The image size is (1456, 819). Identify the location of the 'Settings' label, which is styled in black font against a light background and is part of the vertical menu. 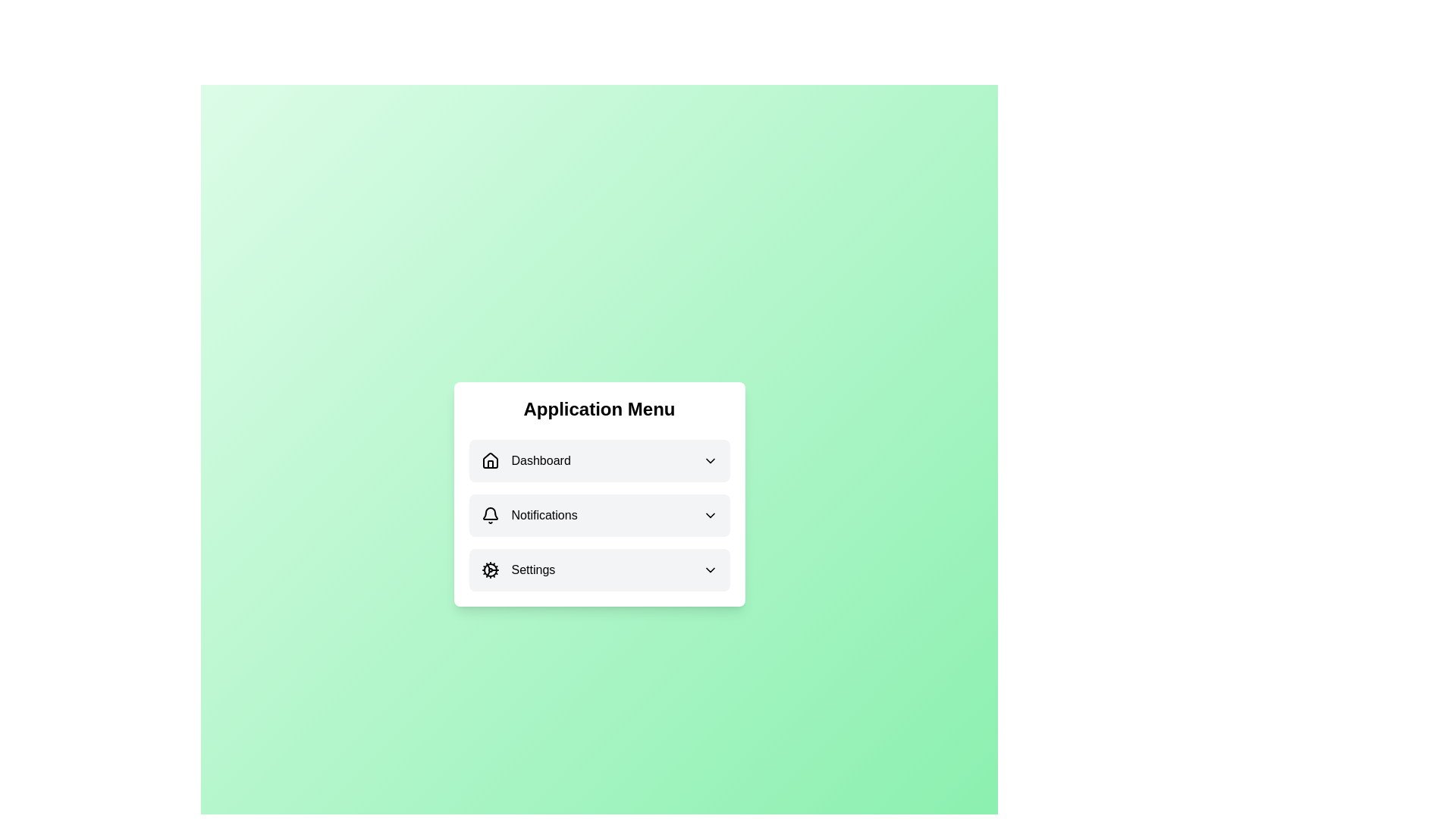
(533, 570).